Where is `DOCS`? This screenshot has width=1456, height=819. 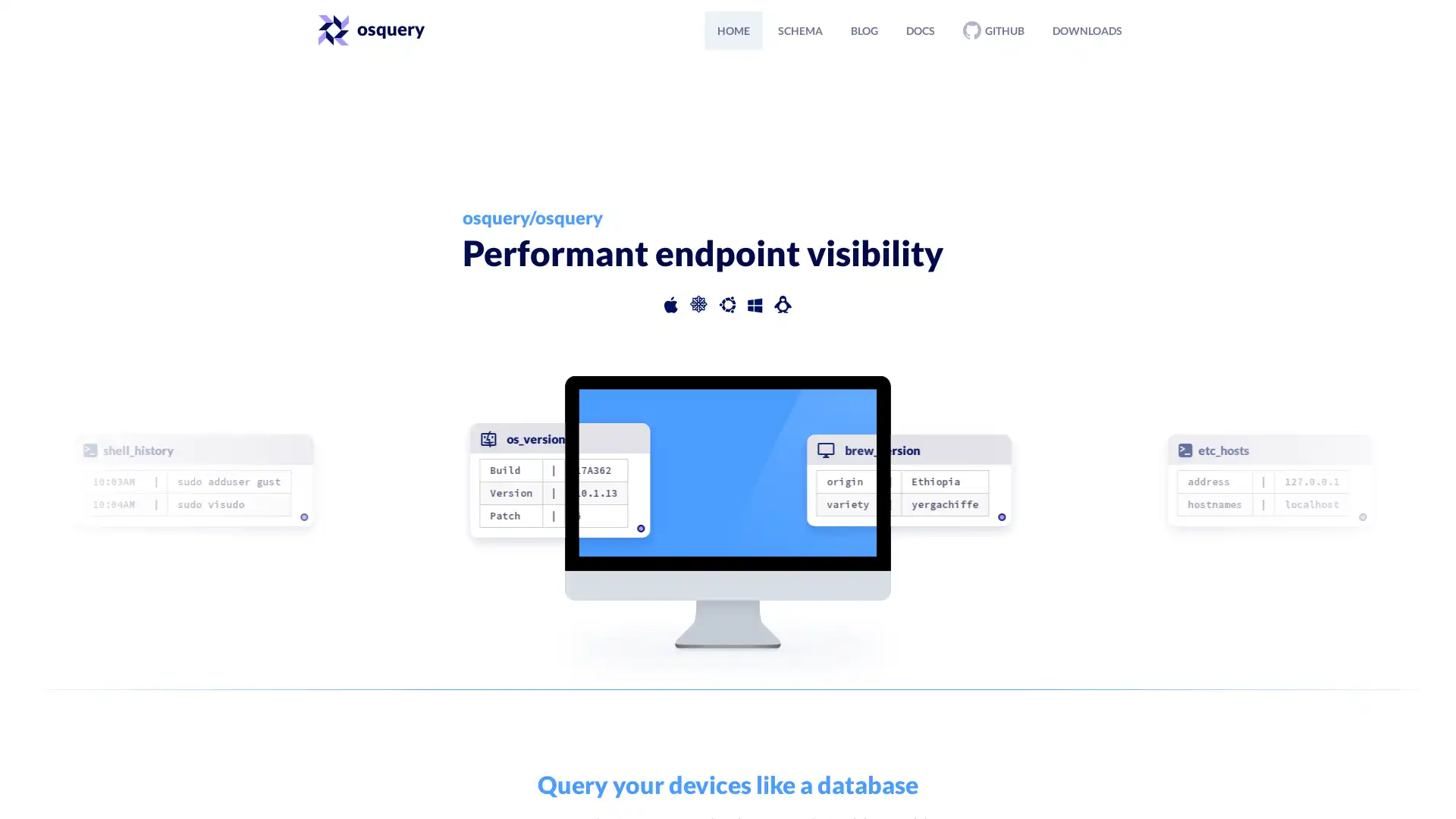 DOCS is located at coordinates (920, 30).